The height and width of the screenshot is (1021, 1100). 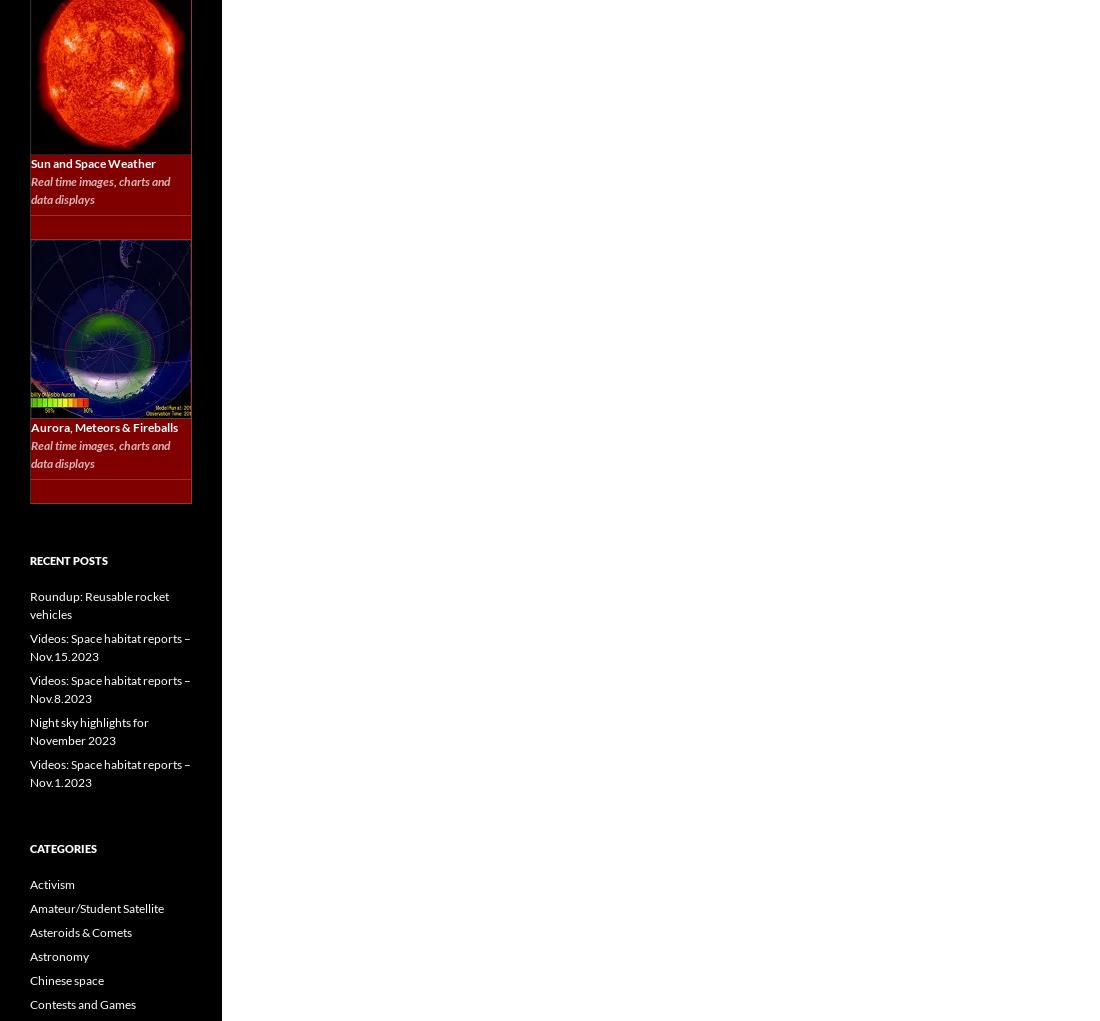 I want to click on 'Astronomy', so click(x=58, y=955).